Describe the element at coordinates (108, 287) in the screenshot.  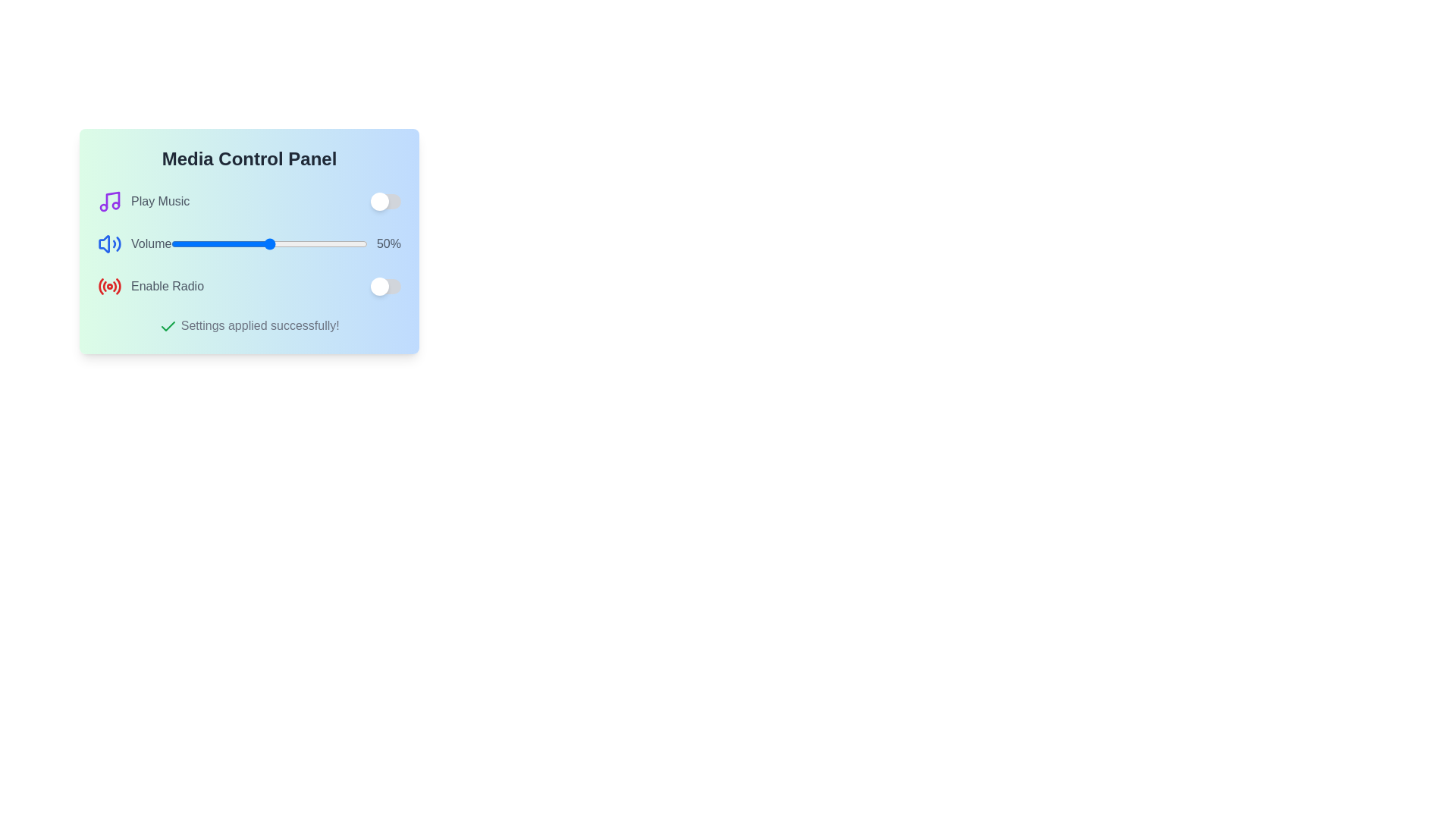
I see `the red radiating icon representing radio waves in the 'Enable Radio' section of the Media Control Panel, located to the left of the 'Enable Radio' label` at that location.